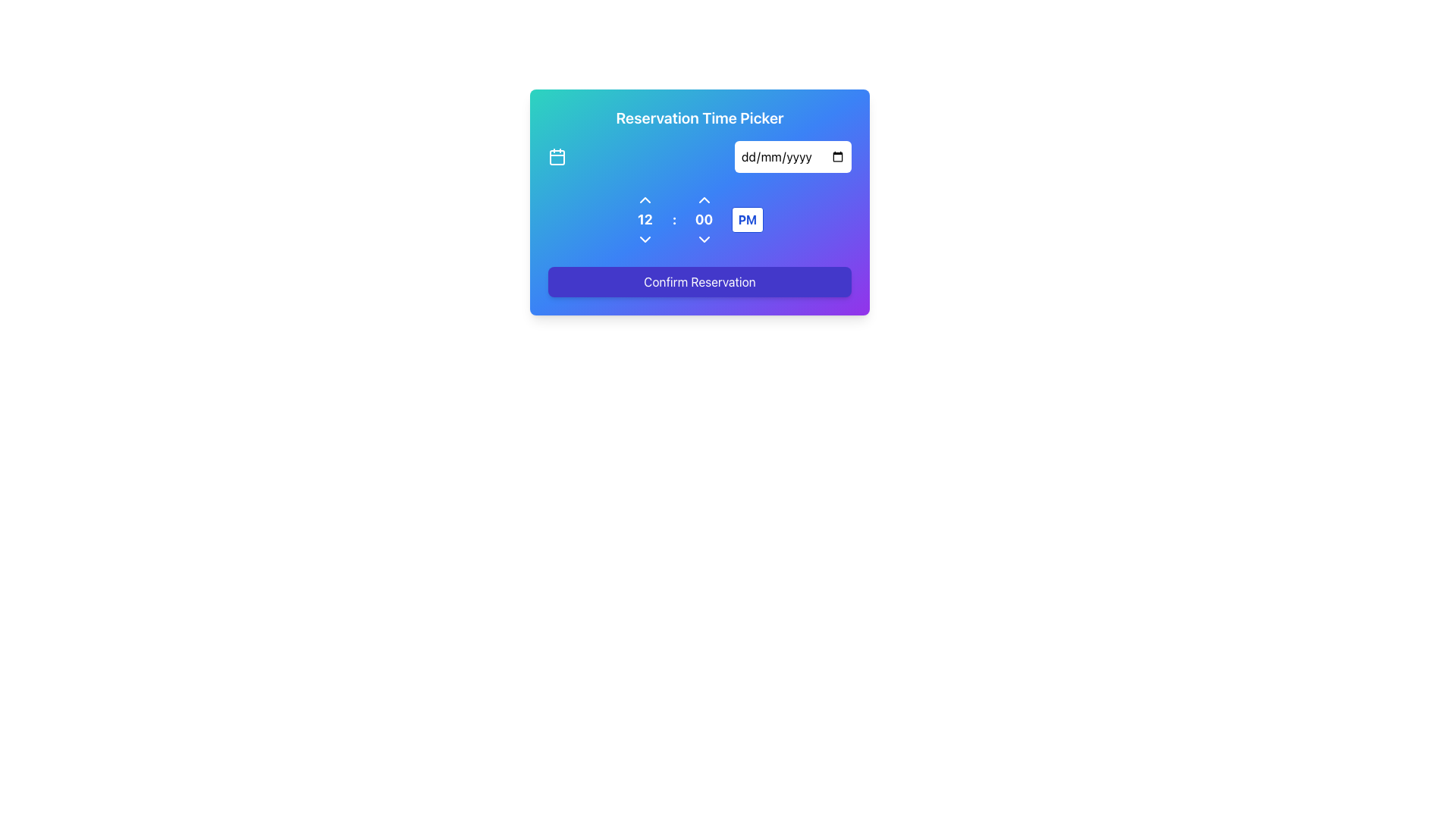  I want to click on the stylized calendar icon located on the left side of the 'Reservation Time Picker' interface, which has a white outline and transparent background, so click(556, 157).